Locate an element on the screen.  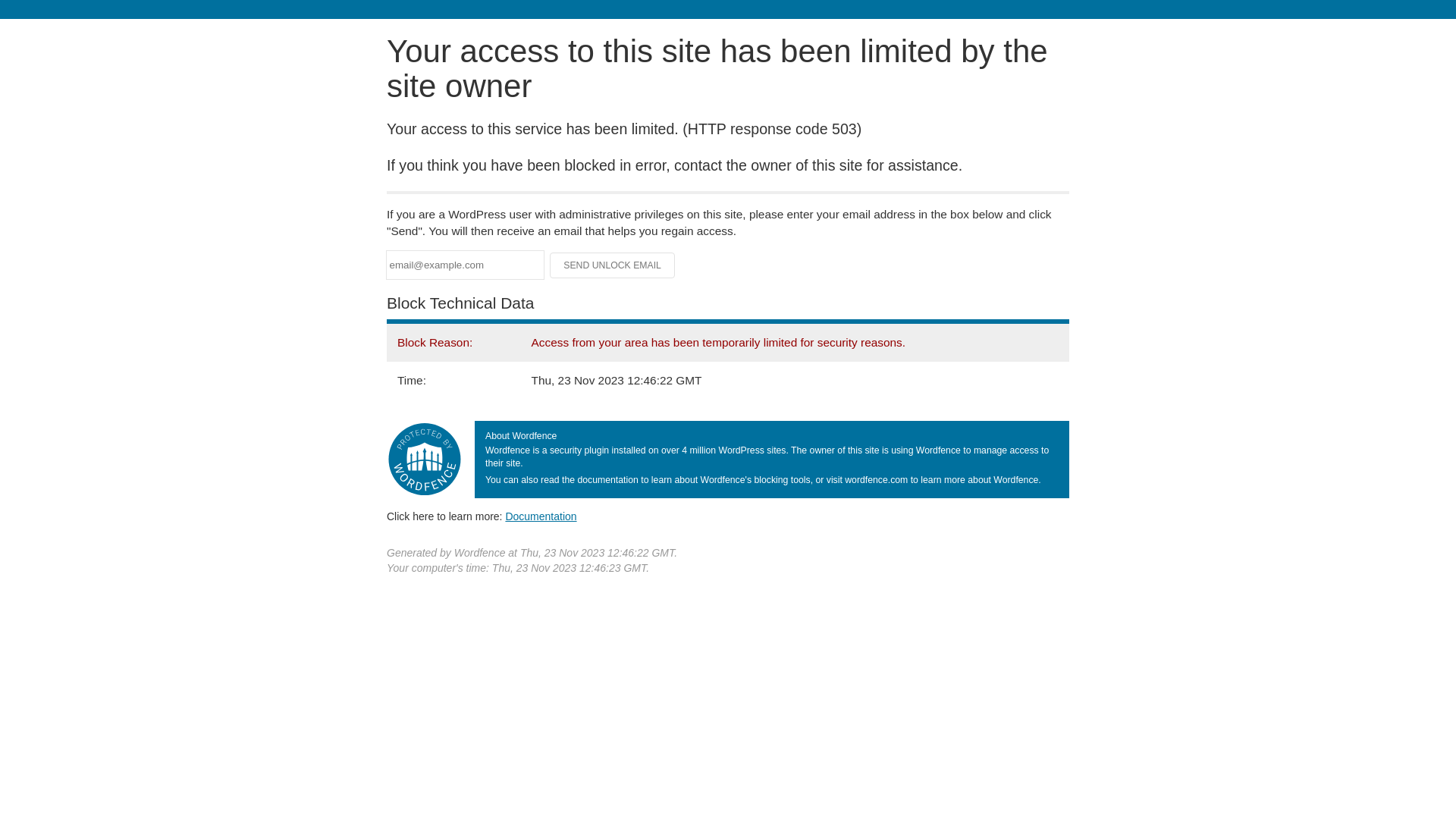
'Documentation' is located at coordinates (541, 516).